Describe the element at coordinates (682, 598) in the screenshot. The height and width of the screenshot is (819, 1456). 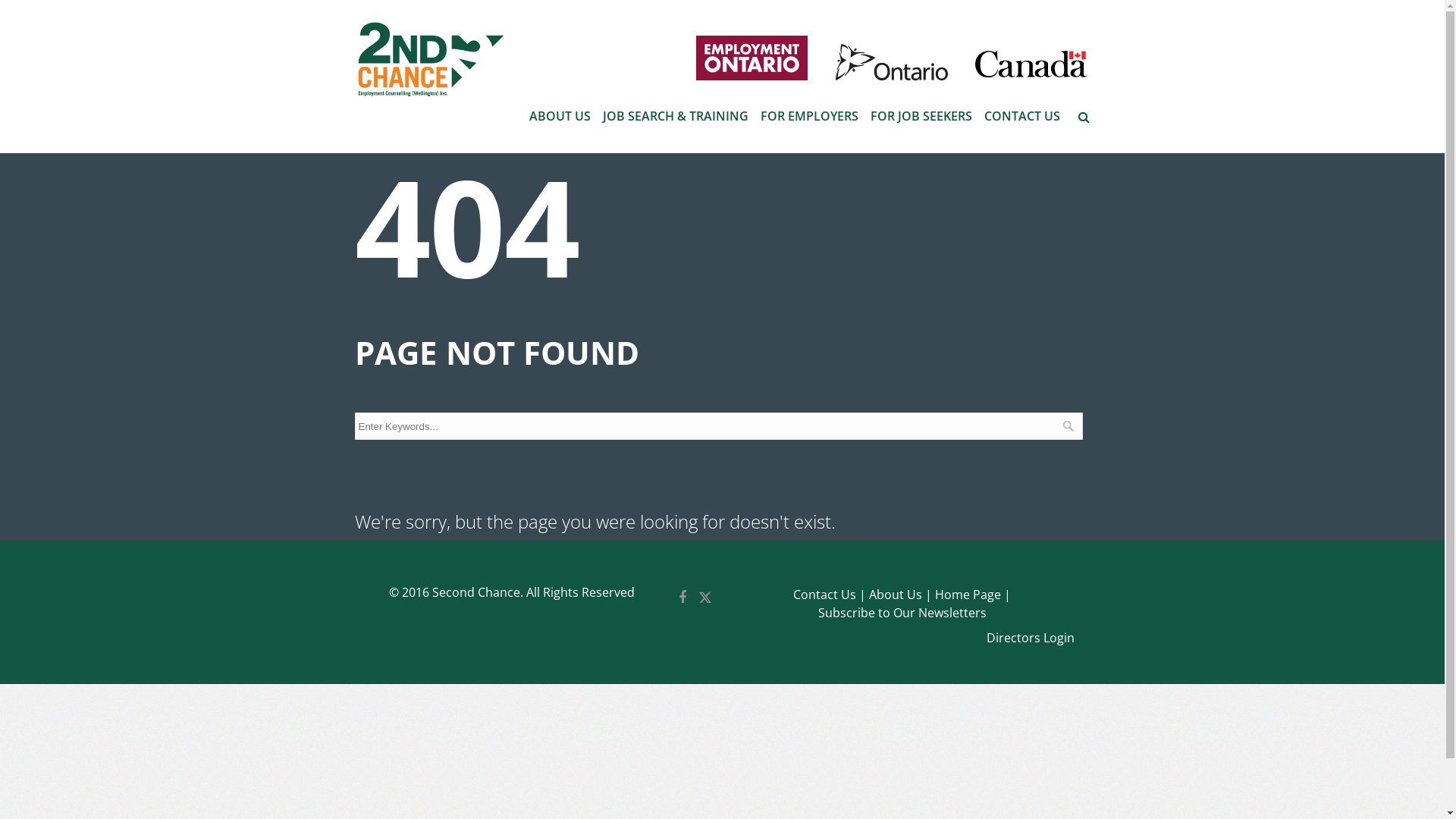
I see `'2nd Chance facebook'` at that location.